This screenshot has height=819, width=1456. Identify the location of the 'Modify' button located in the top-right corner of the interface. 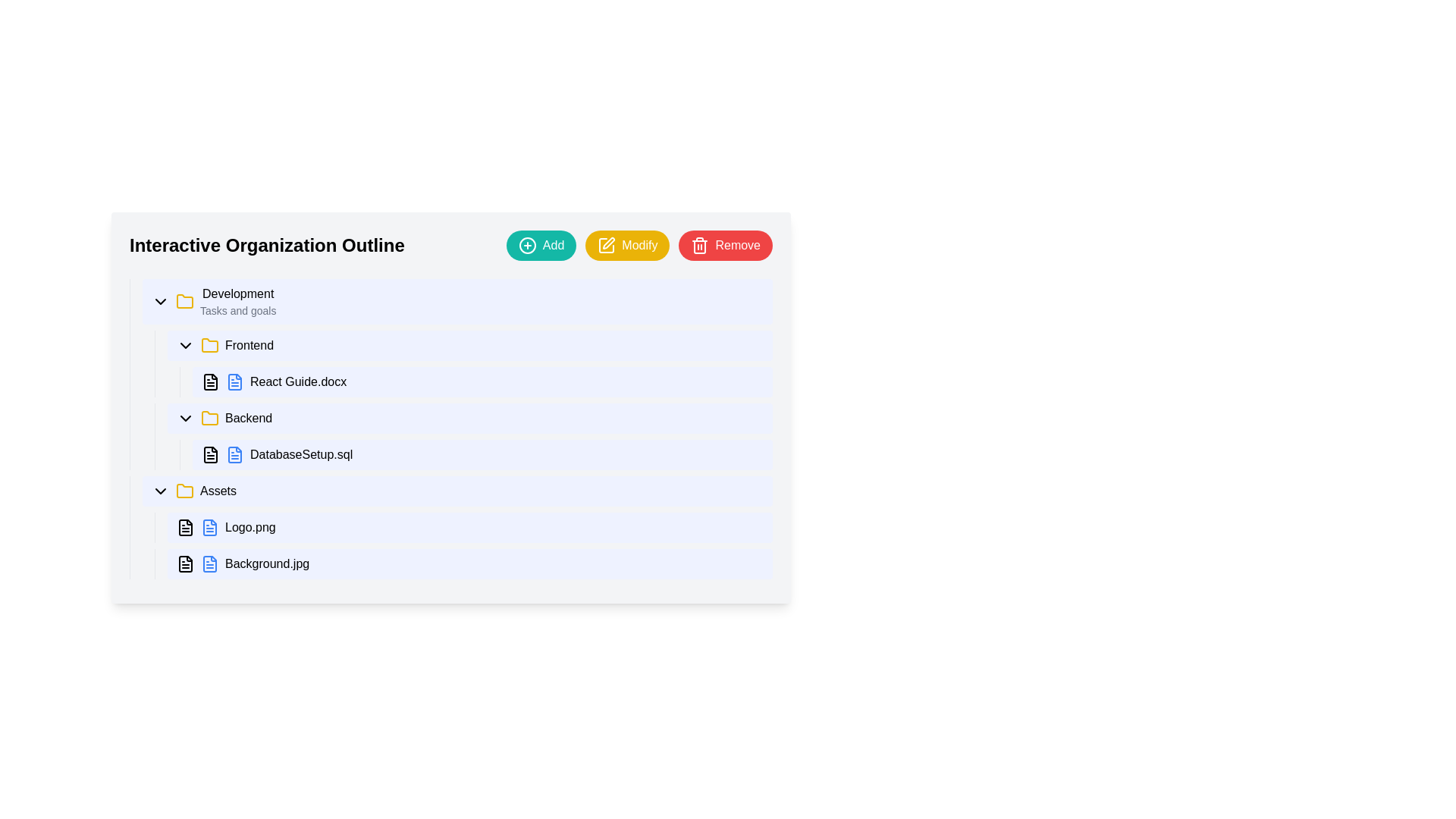
(639, 245).